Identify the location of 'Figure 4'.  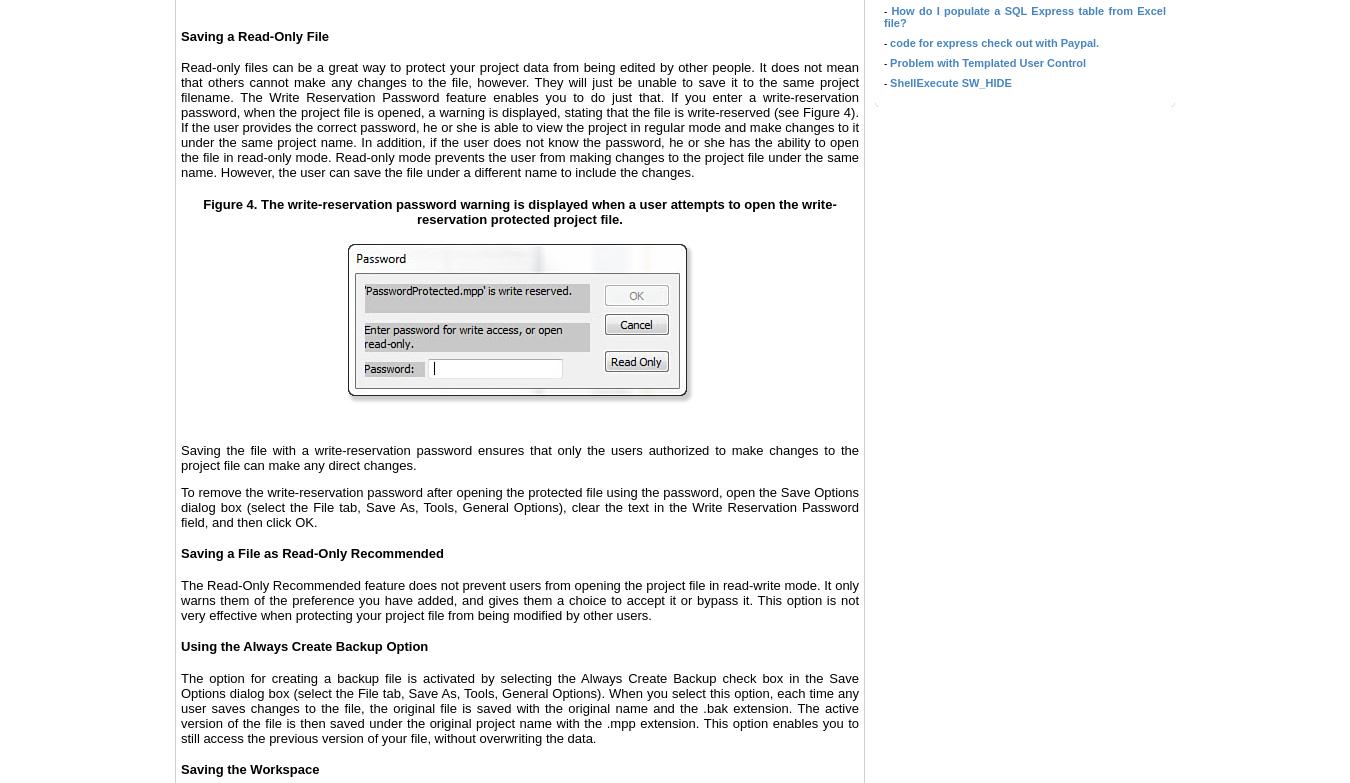
(827, 112).